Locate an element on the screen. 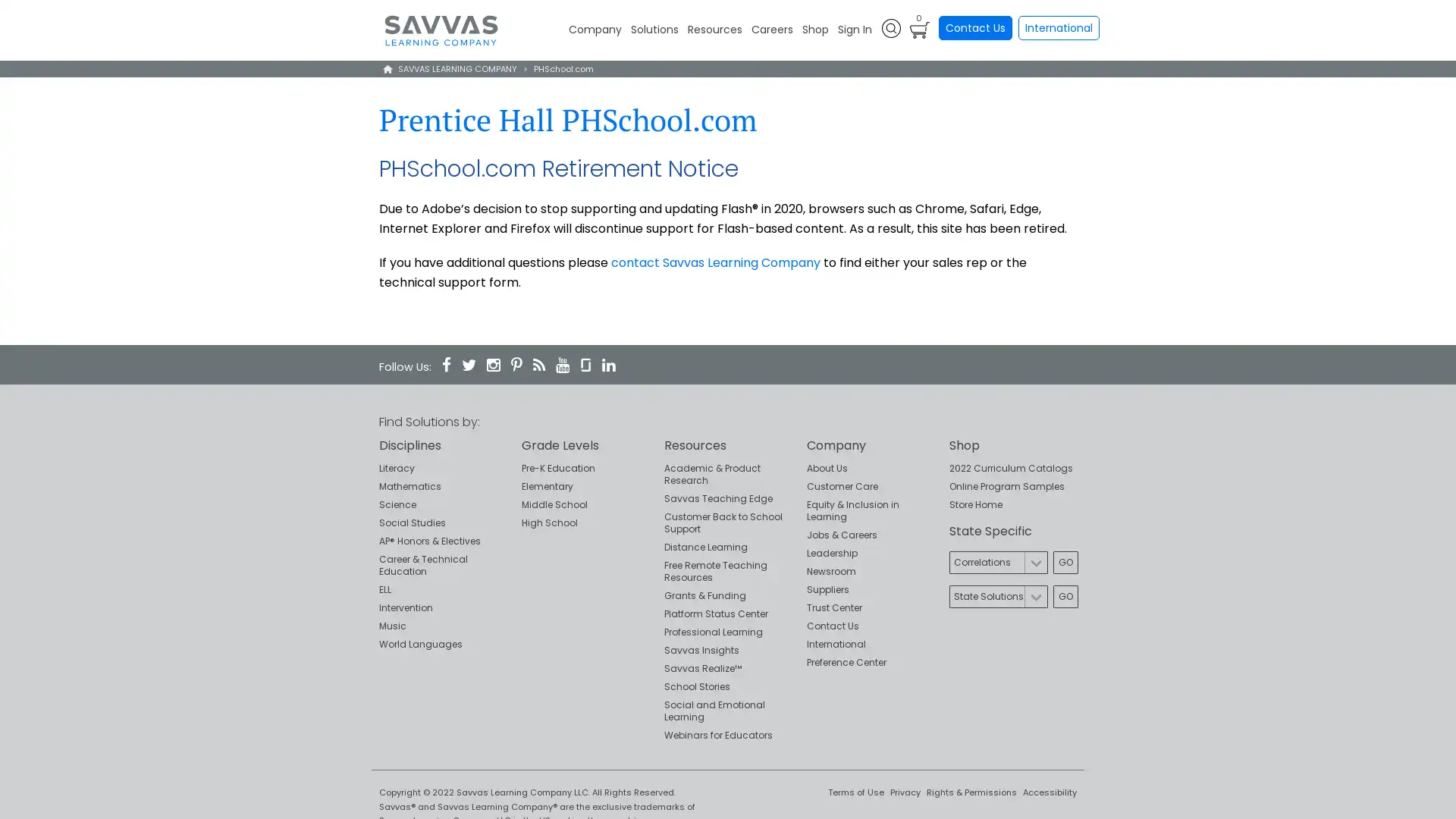 Image resolution: width=1456 pixels, height=819 pixels. Go is located at coordinates (1065, 561).